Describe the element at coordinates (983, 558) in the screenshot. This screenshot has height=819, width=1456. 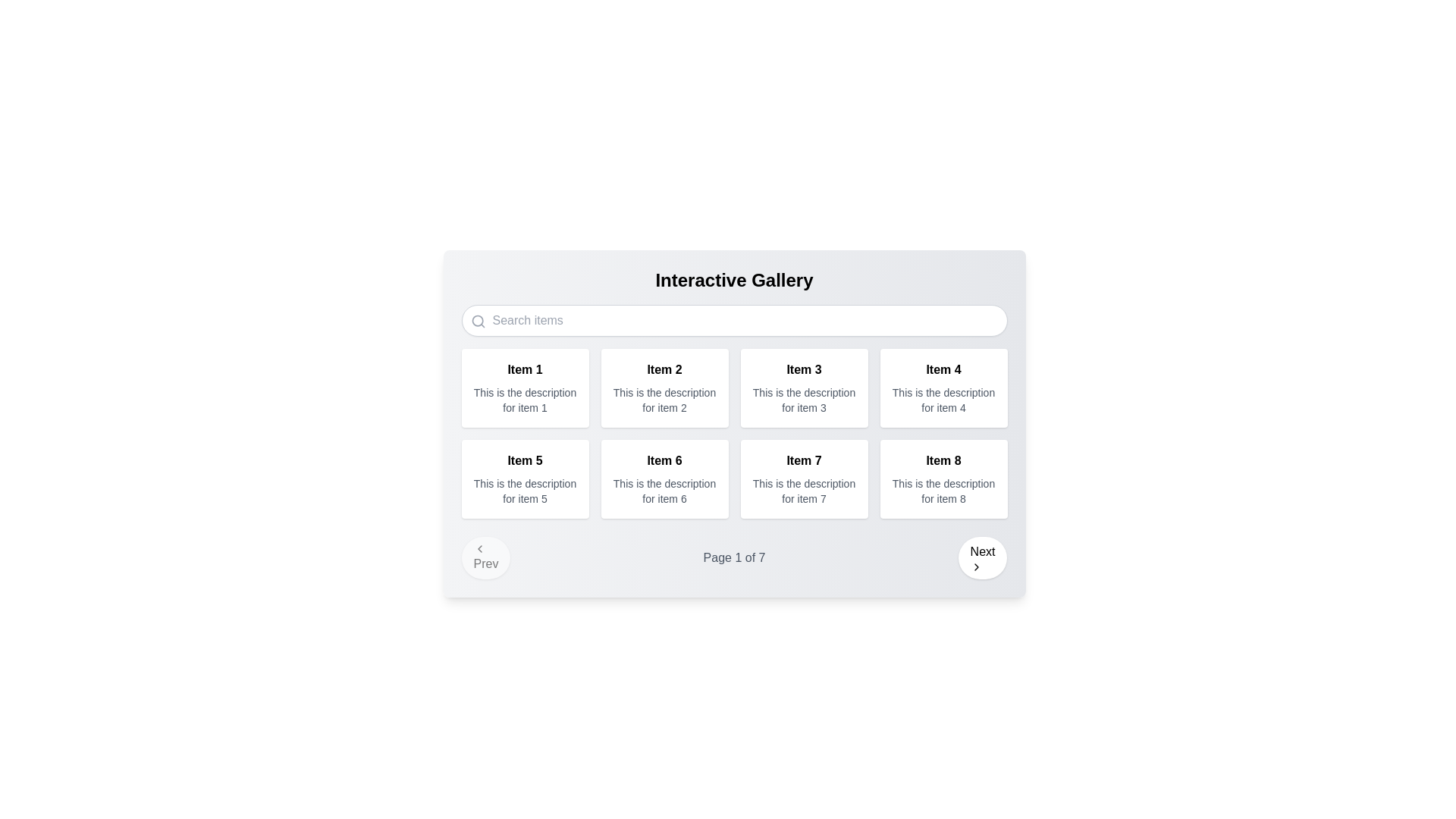
I see `the circular 'Next' button with a rightward arrow icon, located at the bottom-right corner of the interface` at that location.